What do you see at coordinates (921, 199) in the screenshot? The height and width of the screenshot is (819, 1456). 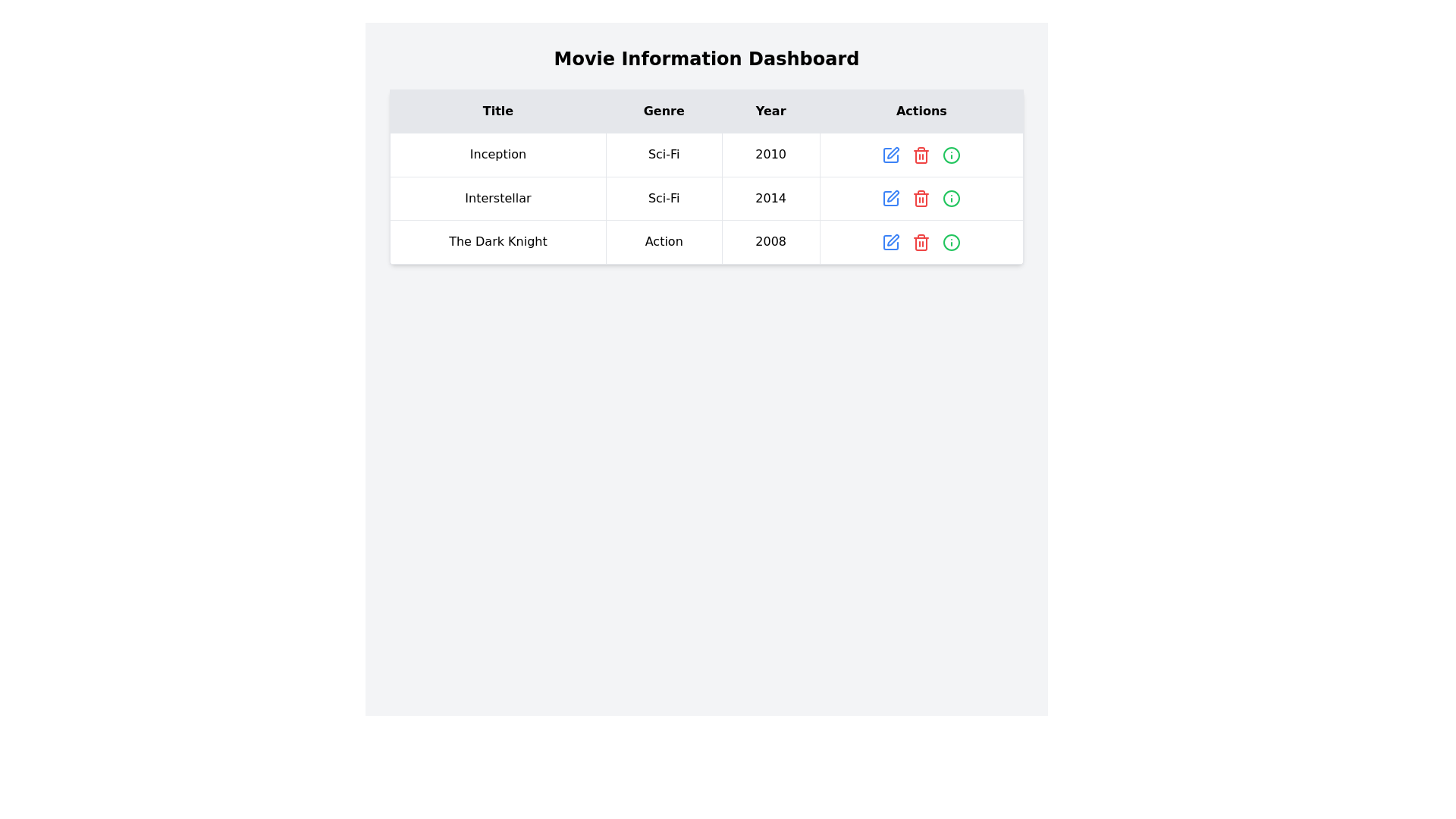 I see `the red trash can icon located in the 'Actions' column of the second row` at bounding box center [921, 199].